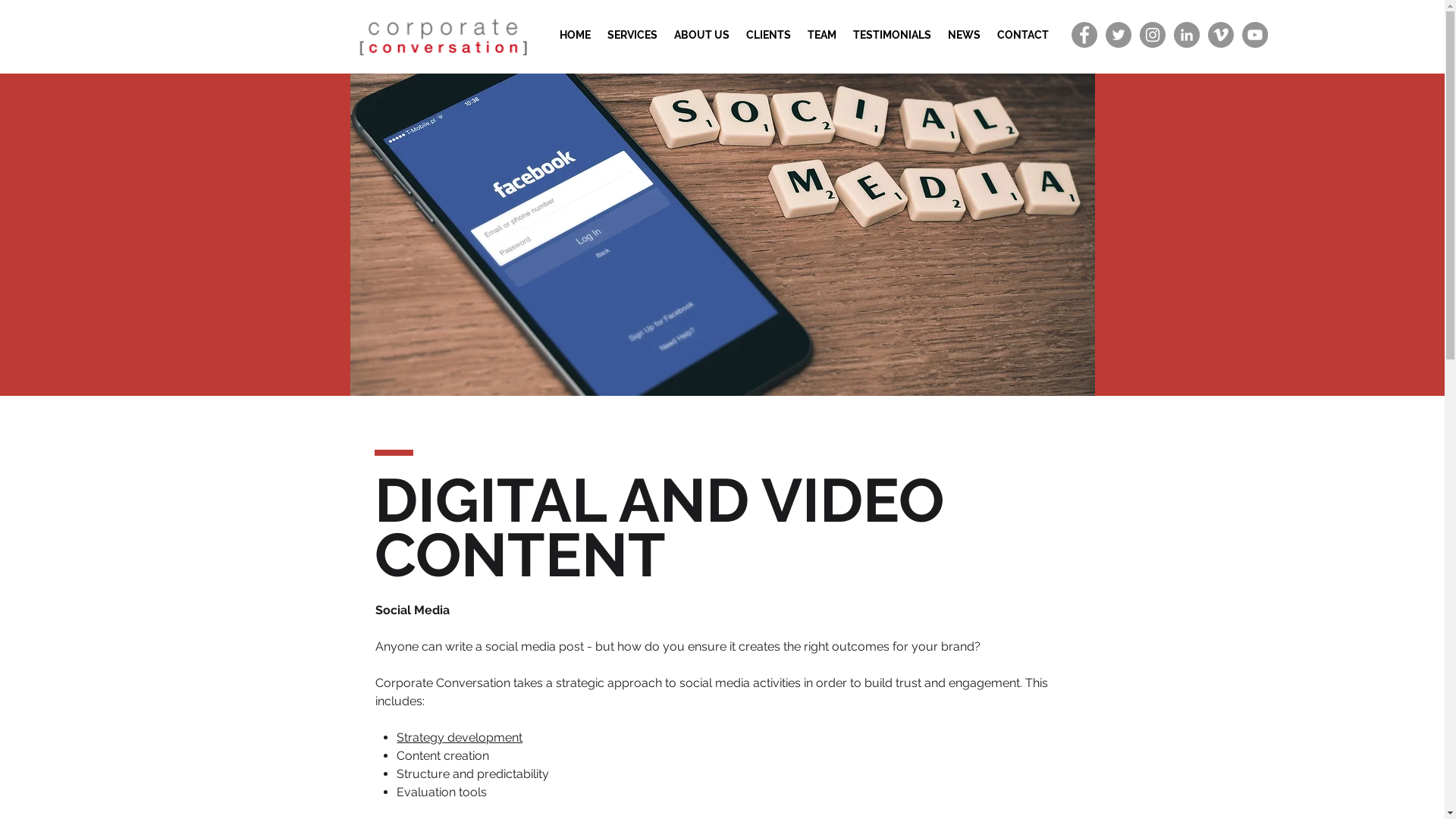 The height and width of the screenshot is (819, 1456). Describe the element at coordinates (632, 34) in the screenshot. I see `'SERVICES'` at that location.